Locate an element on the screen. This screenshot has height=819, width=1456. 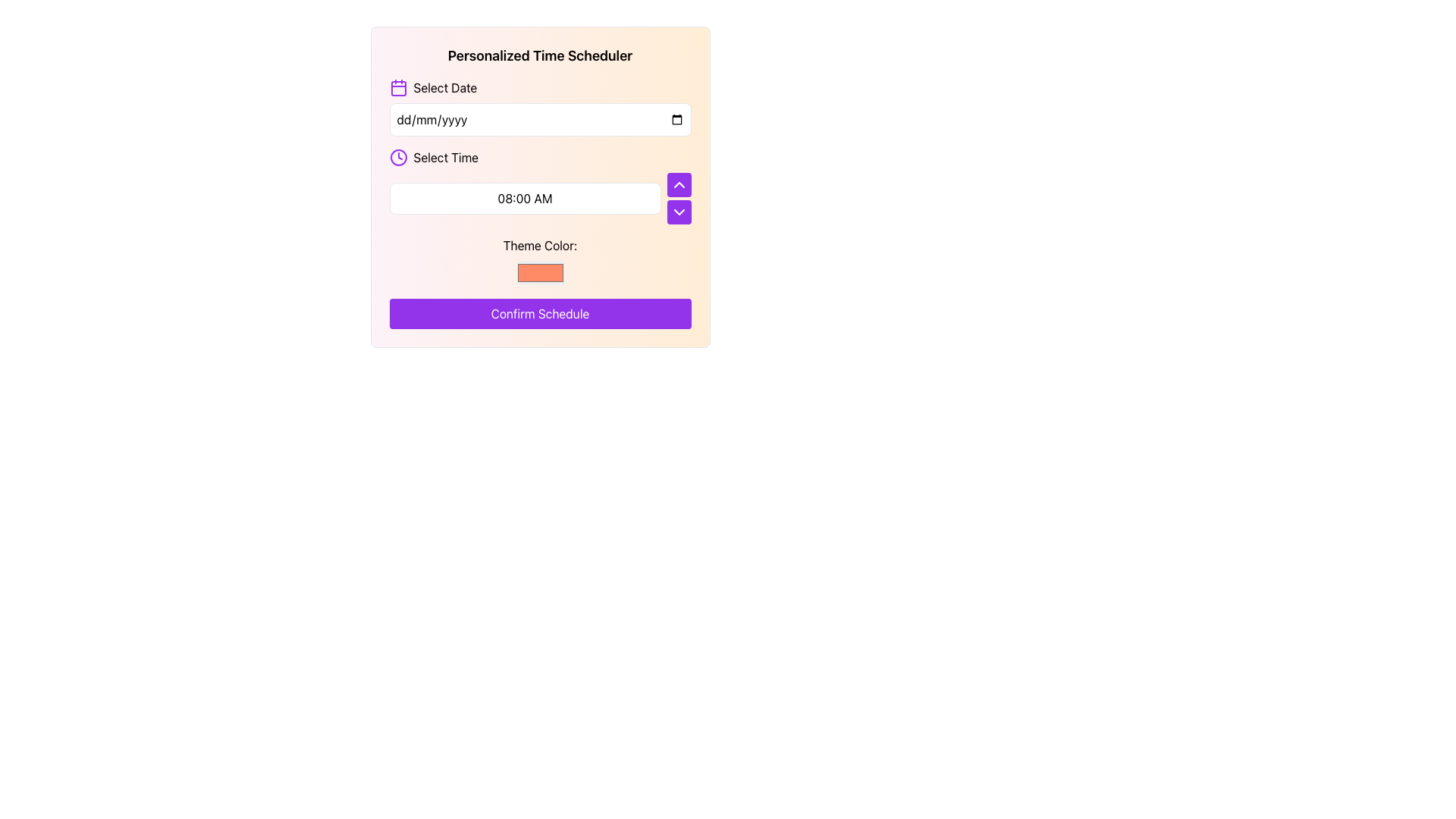
the Color Picker located under the 'Theme Color:' label is located at coordinates (540, 271).